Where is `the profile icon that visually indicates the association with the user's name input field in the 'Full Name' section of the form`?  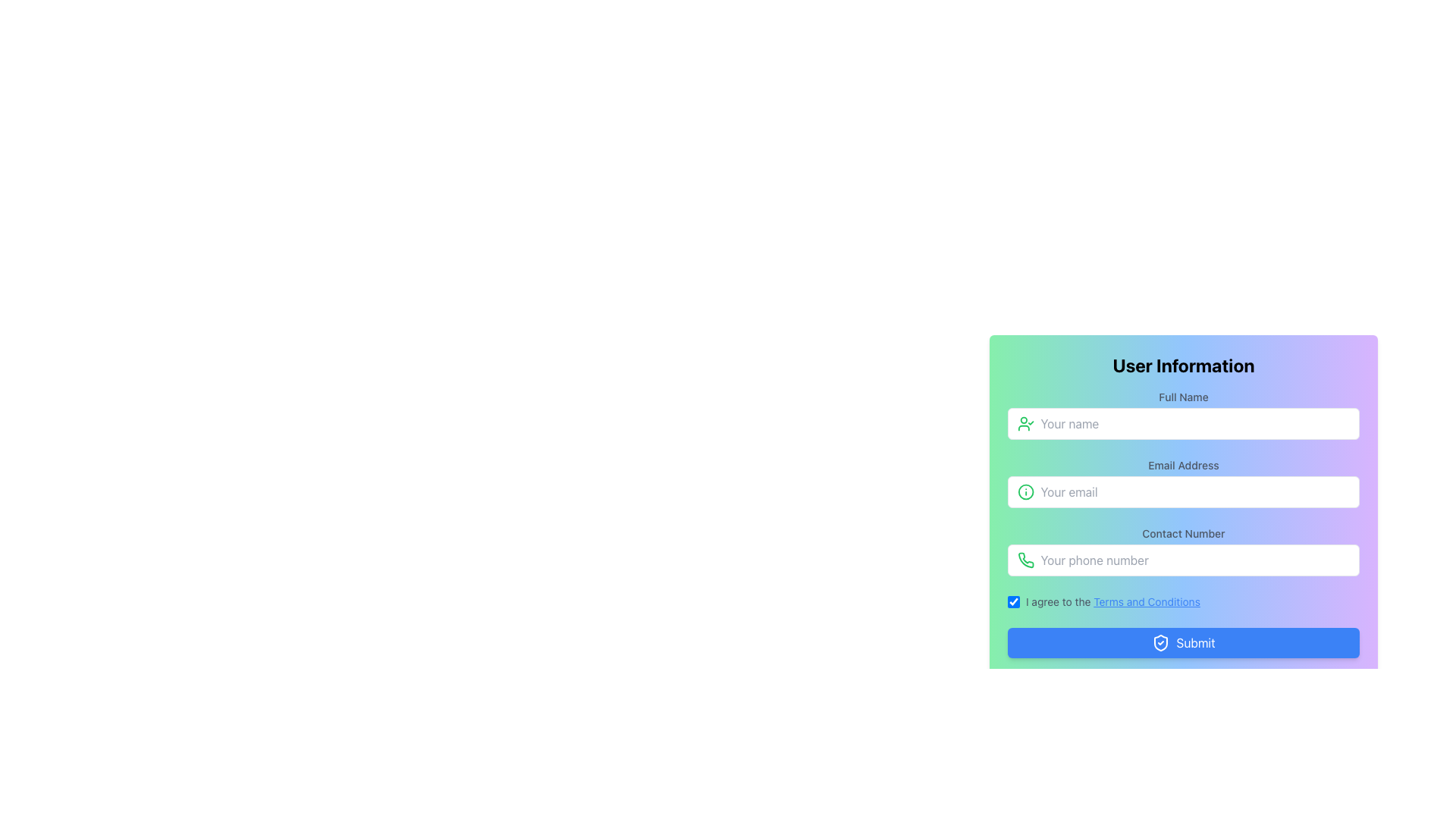
the profile icon that visually indicates the association with the user's name input field in the 'Full Name' section of the form is located at coordinates (1026, 424).